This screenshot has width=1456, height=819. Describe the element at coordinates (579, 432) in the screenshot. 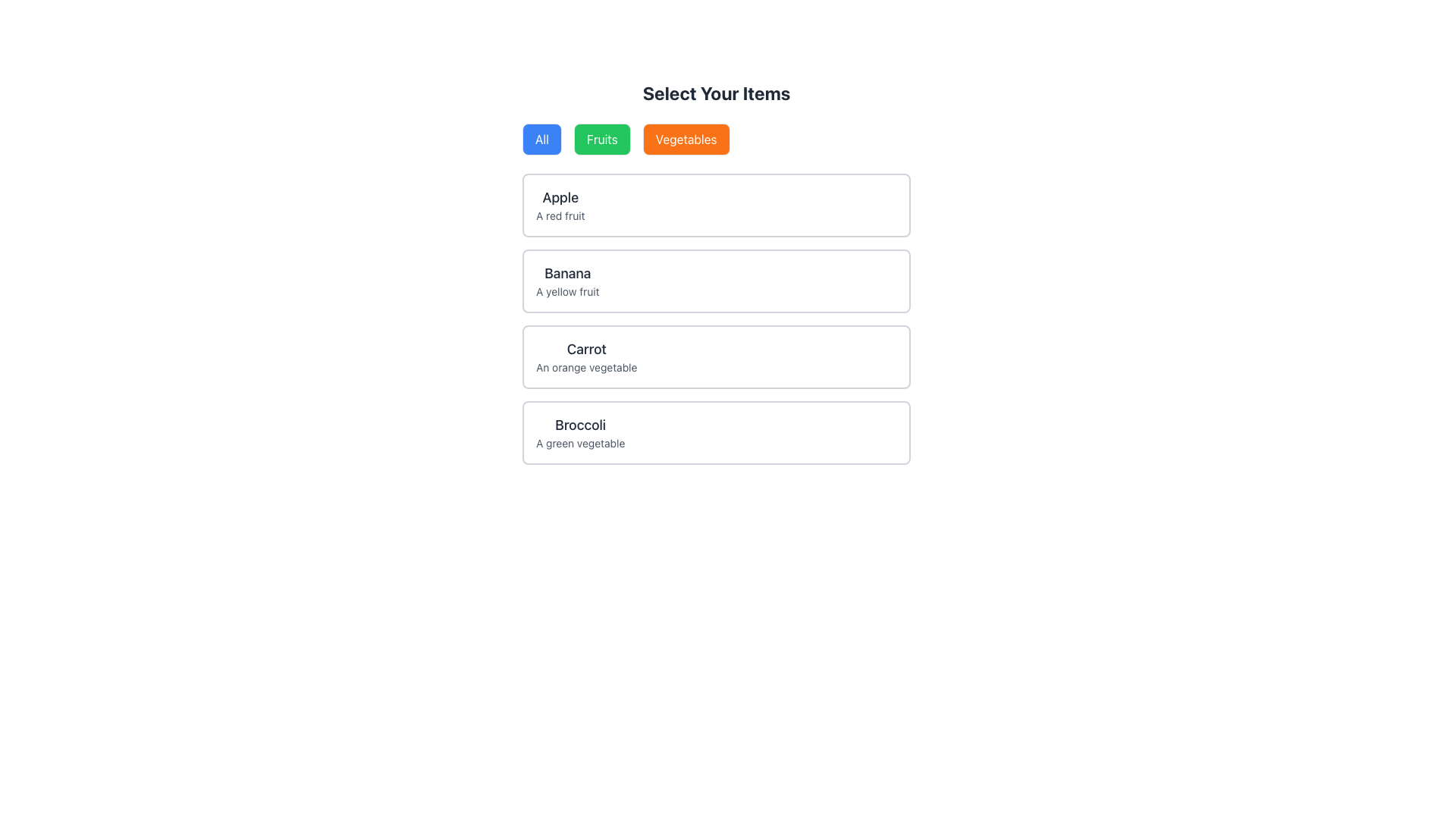

I see `the static text element that provides information about 'Broccoli', which is positioned at the bottom of the food selections list` at that location.